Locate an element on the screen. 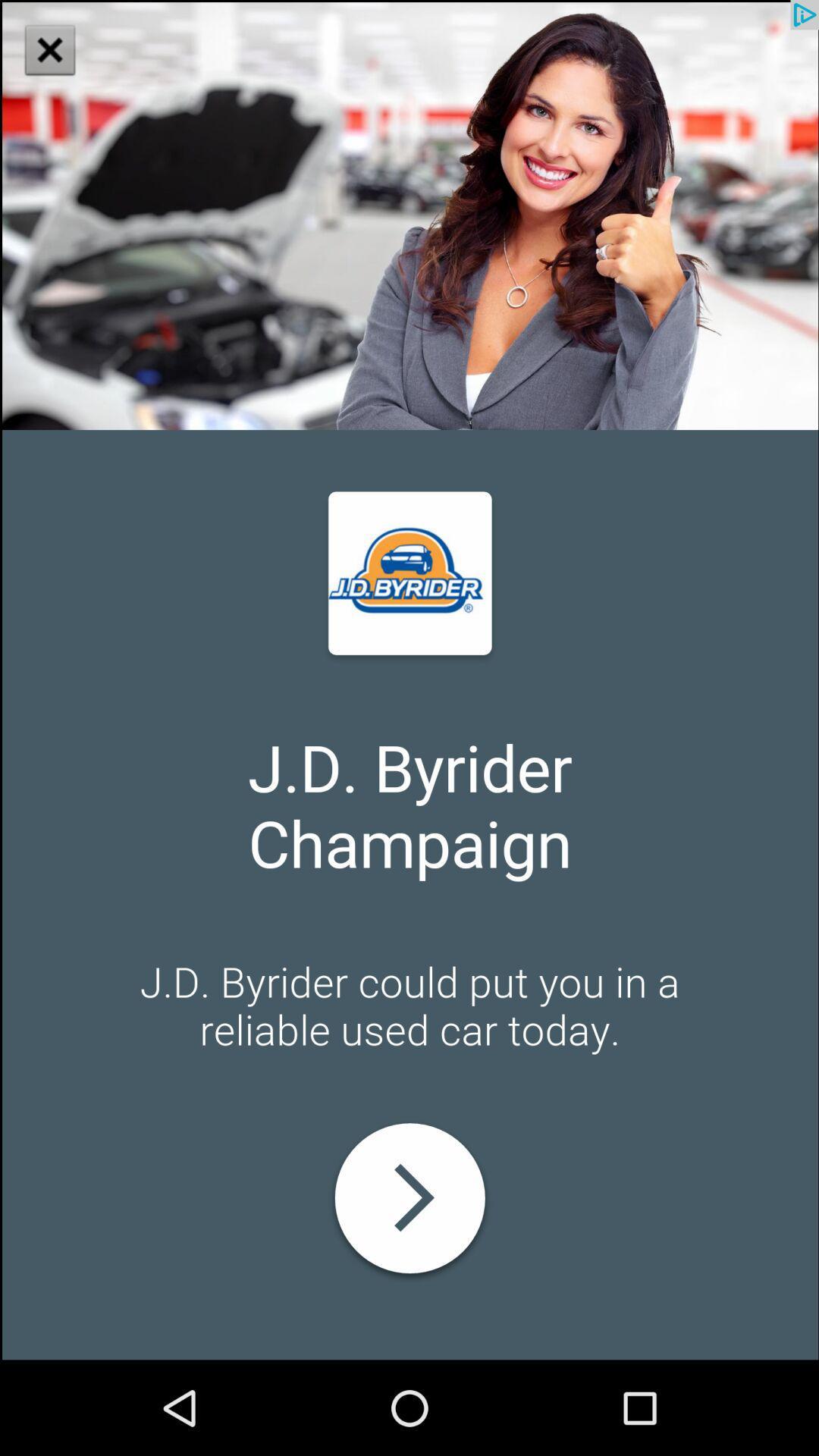 The image size is (819, 1456). the close icon is located at coordinates (49, 53).